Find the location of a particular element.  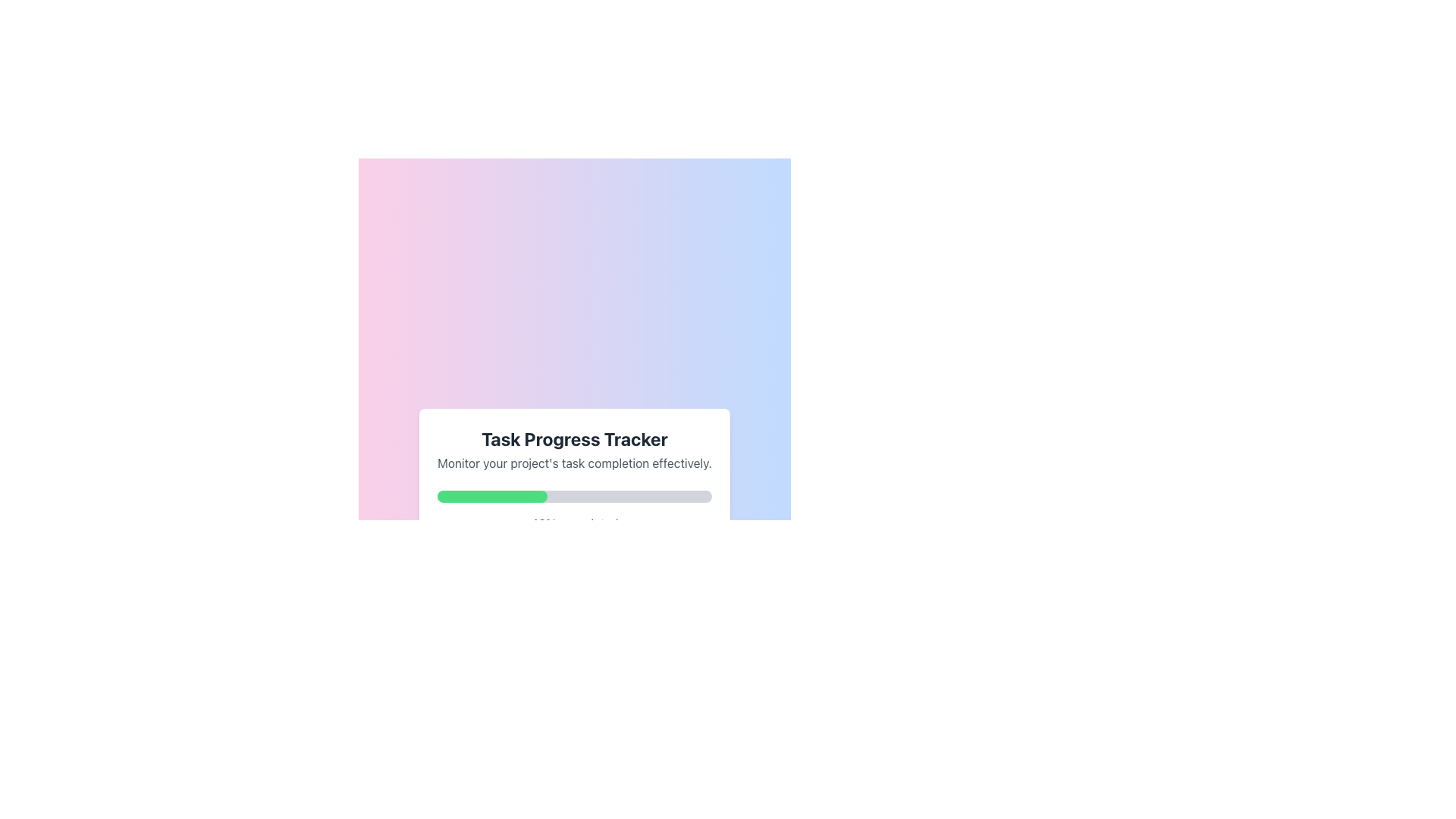

the green progress bar fill segment that occupies approximately 40% of the larger gray progress bar, located below the 'Task Progress Tracker' label is located at coordinates (492, 497).